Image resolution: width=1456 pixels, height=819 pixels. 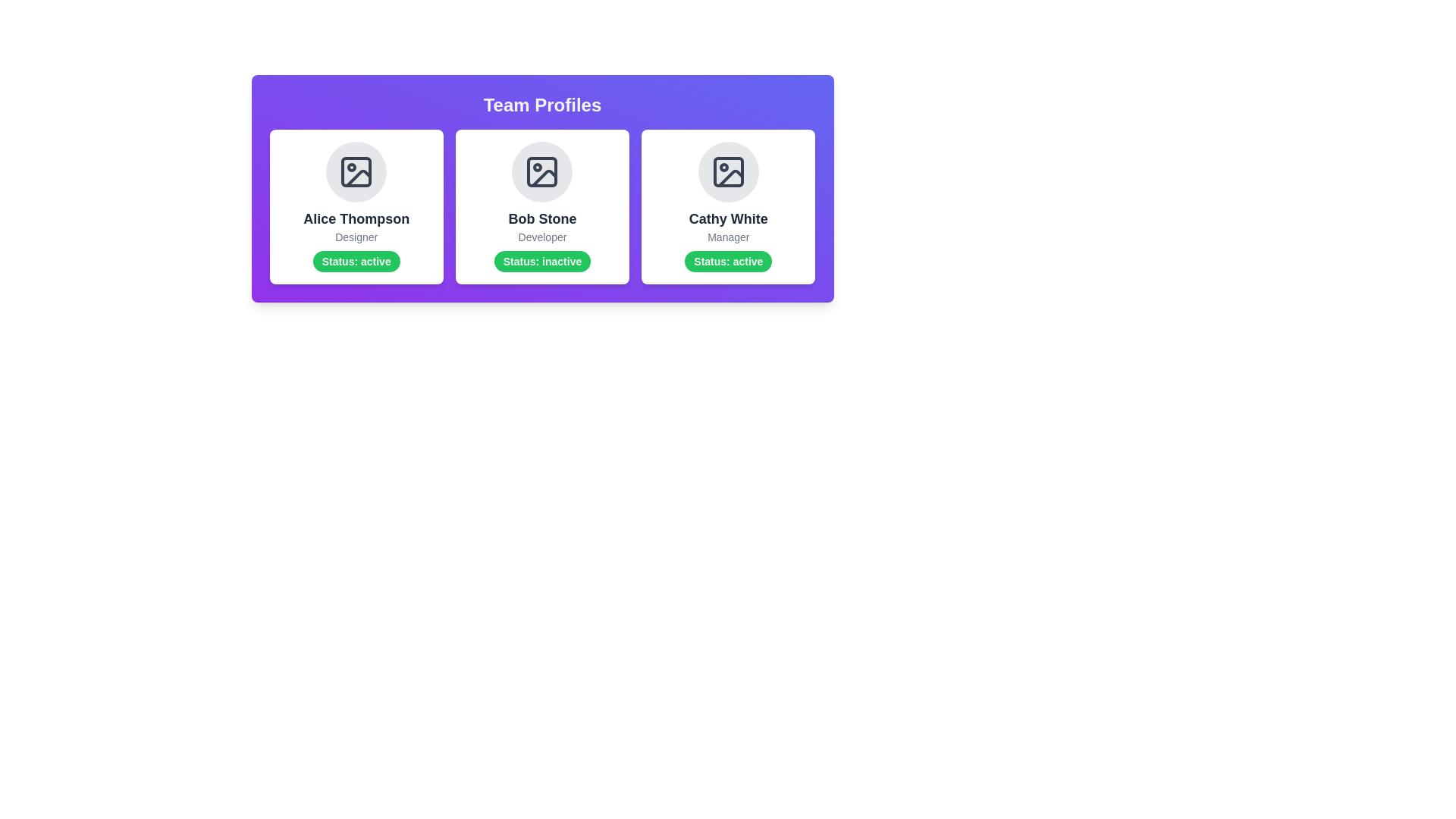 I want to click on Image placeholder icon located in the second avatar slot of the 'Team Profiles' section, which is centered above the name 'Bob Stone', so click(x=542, y=171).